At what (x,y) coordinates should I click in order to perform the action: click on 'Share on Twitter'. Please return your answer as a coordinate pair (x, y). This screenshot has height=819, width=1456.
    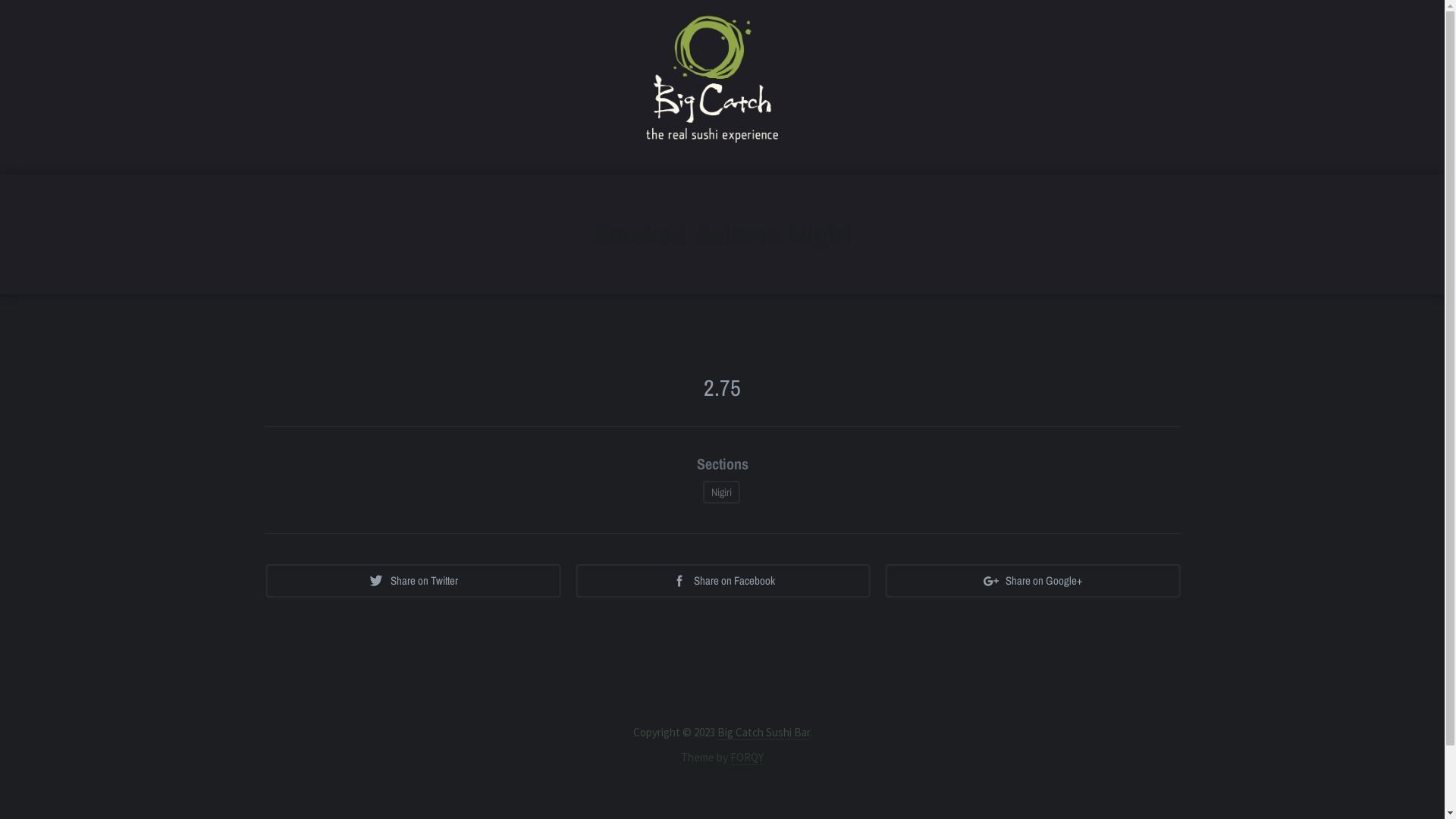
    Looking at the image, I should click on (413, 580).